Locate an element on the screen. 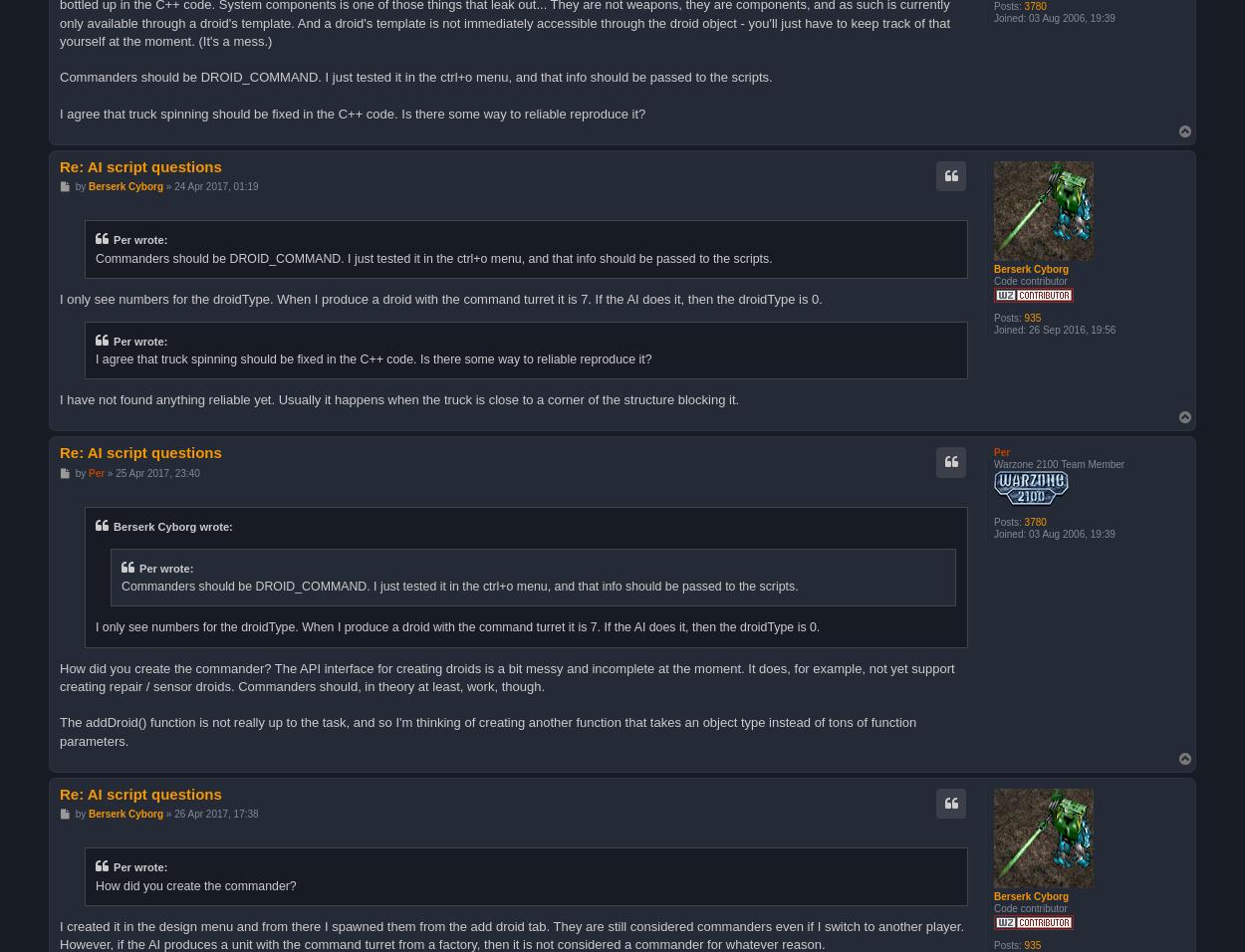 The height and width of the screenshot is (952, 1245). '24 Apr 2017, 01:19' is located at coordinates (215, 185).